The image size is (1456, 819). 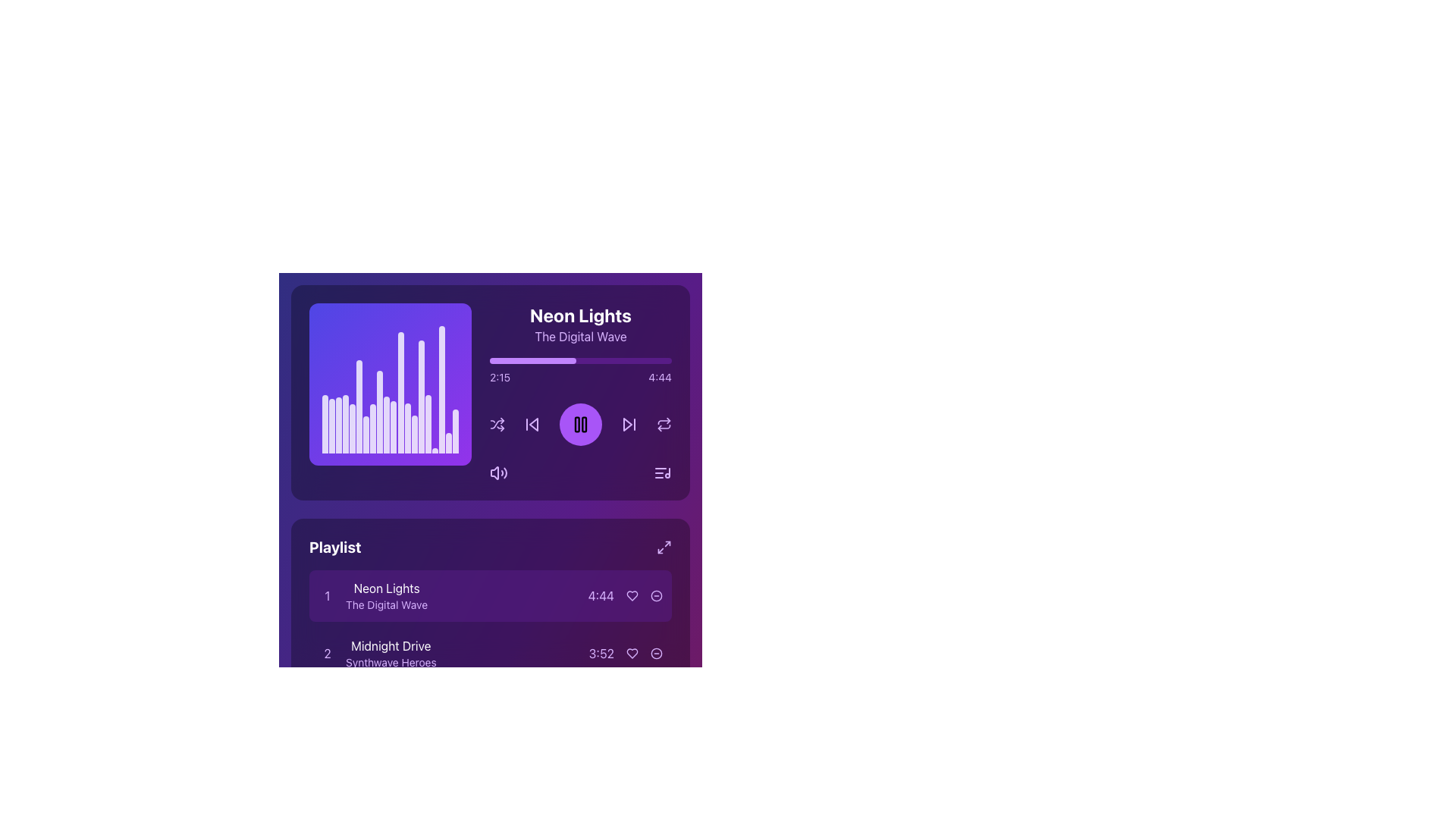 What do you see at coordinates (535, 472) in the screenshot?
I see `the volume slider` at bounding box center [535, 472].